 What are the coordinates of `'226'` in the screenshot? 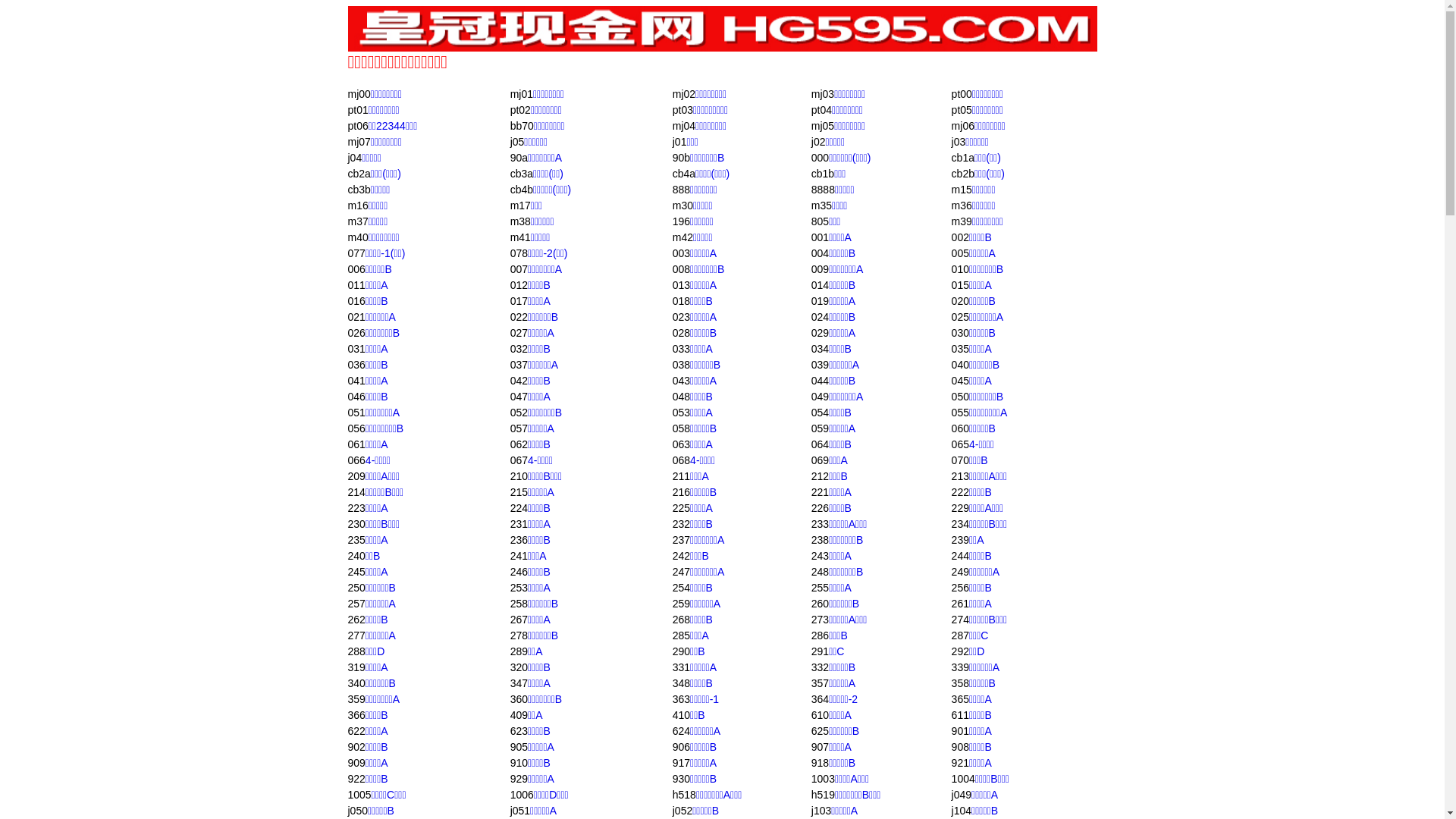 It's located at (819, 508).